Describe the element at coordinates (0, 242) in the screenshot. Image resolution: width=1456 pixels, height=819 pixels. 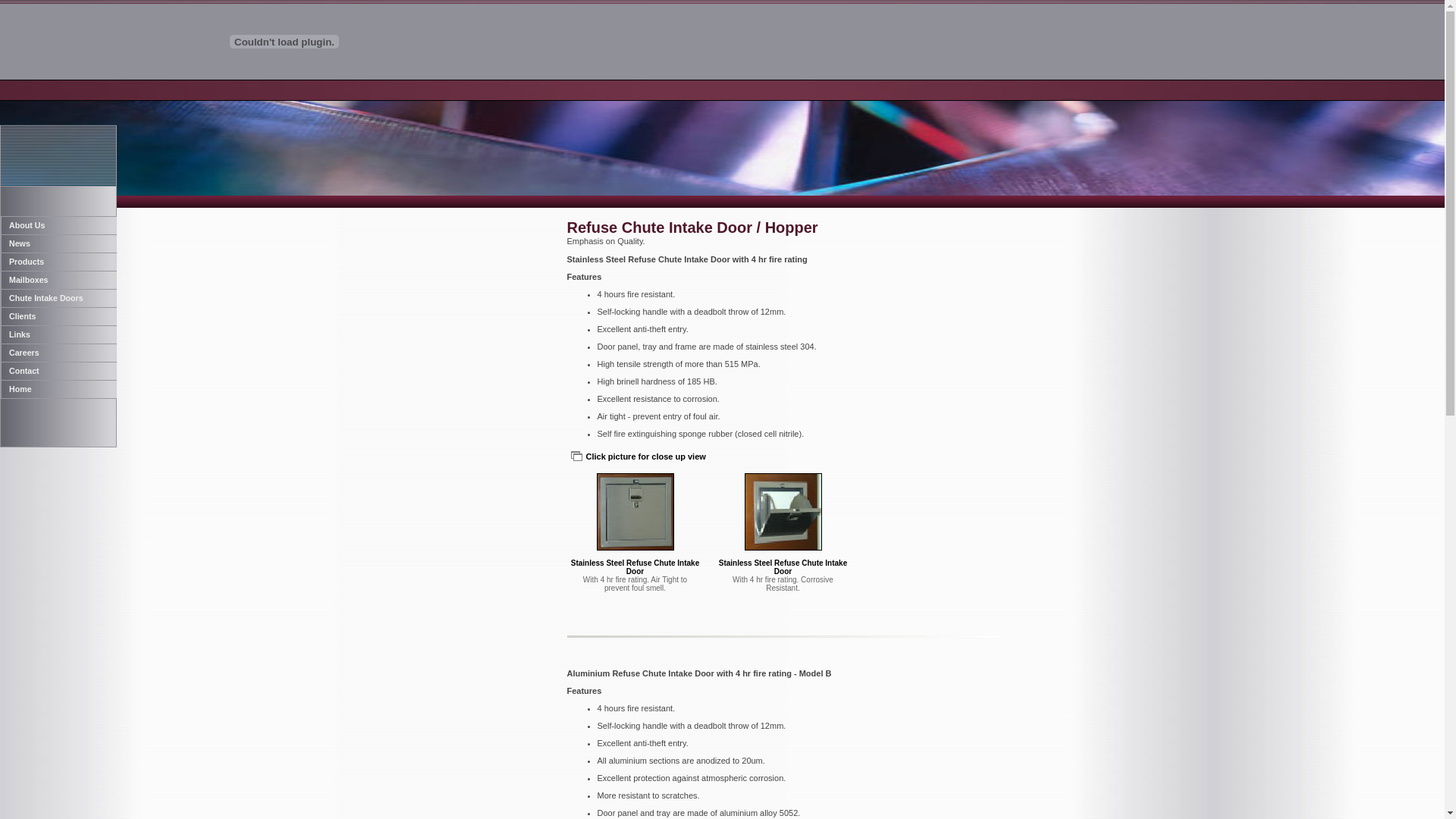
I see `'News'` at that location.